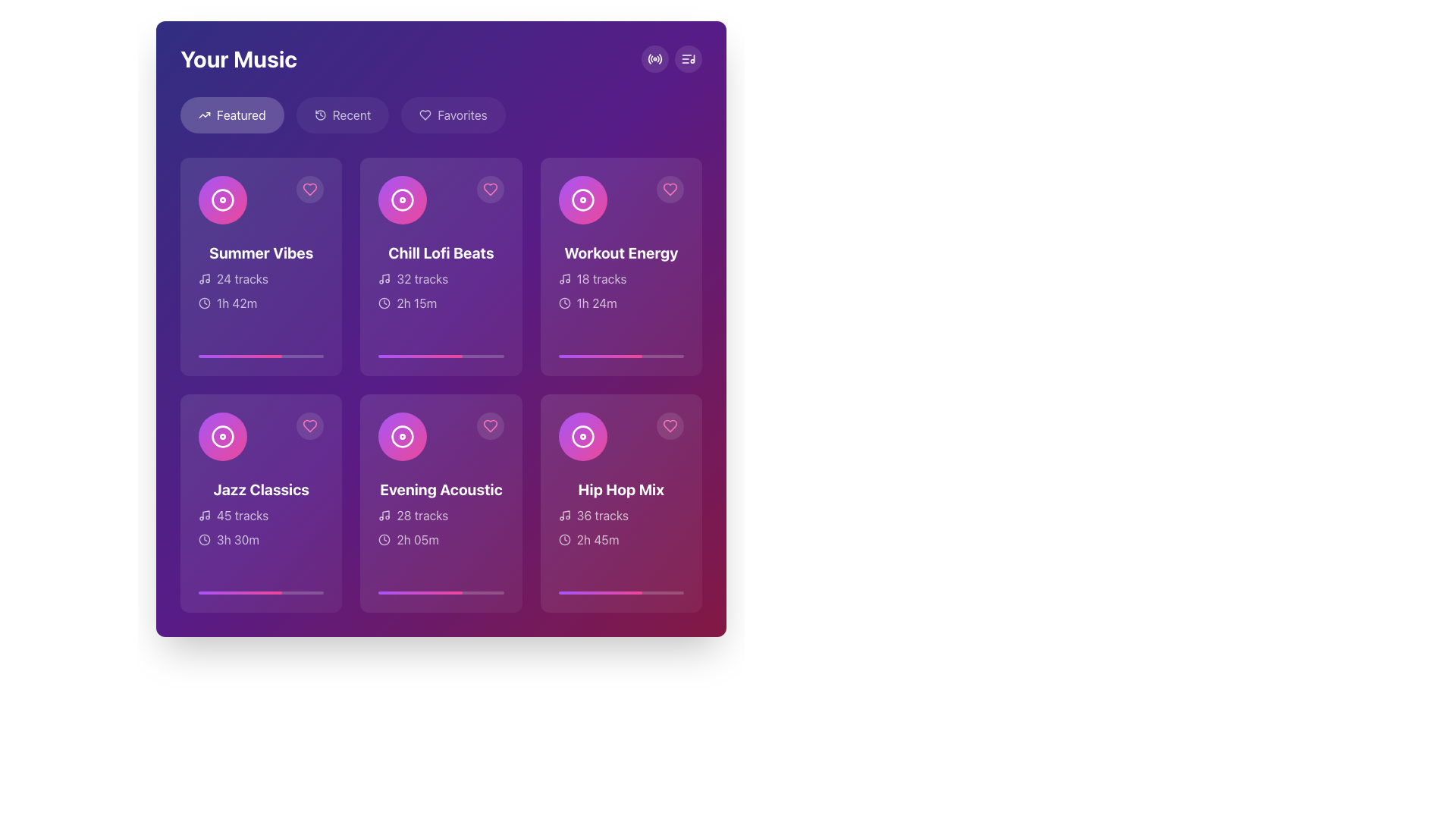 The height and width of the screenshot is (819, 1456). What do you see at coordinates (440, 513) in the screenshot?
I see `the text block displaying metadata about the 'Evening Acoustic' playlist for accessibility` at bounding box center [440, 513].